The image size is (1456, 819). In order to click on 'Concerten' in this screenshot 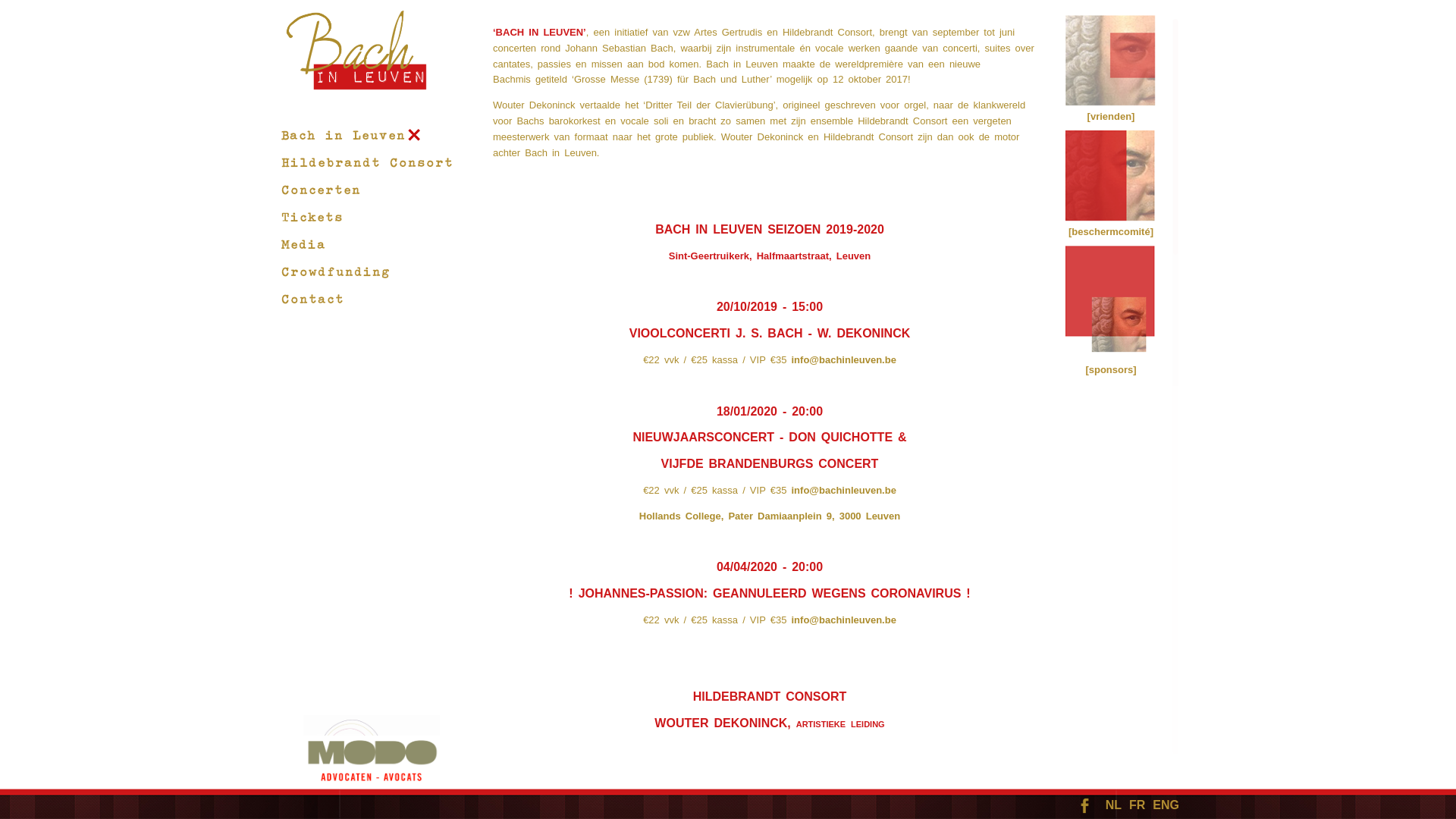, I will do `click(319, 188)`.